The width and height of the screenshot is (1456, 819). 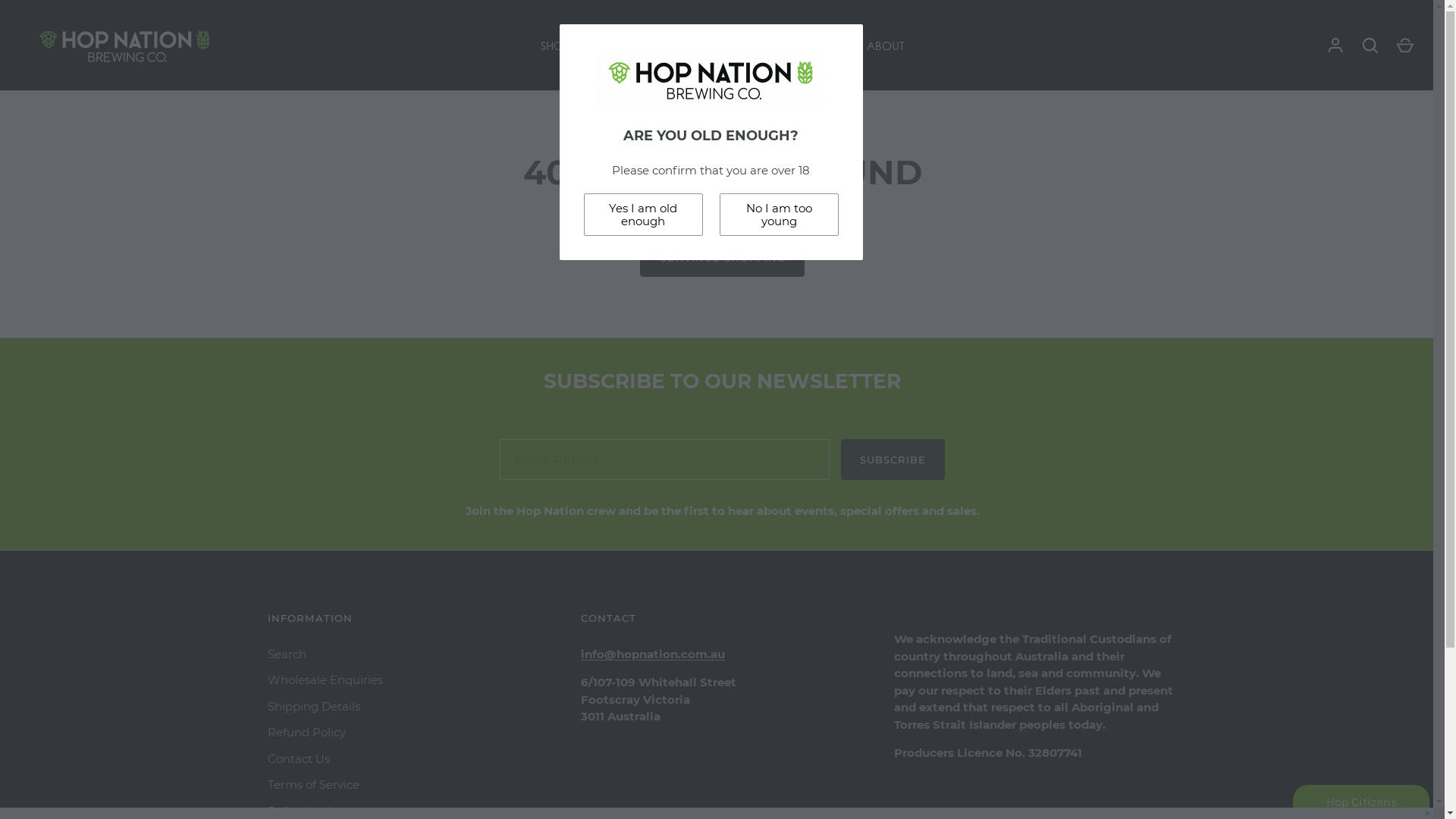 What do you see at coordinates (266, 810) in the screenshot?
I see `'Refund policy'` at bounding box center [266, 810].